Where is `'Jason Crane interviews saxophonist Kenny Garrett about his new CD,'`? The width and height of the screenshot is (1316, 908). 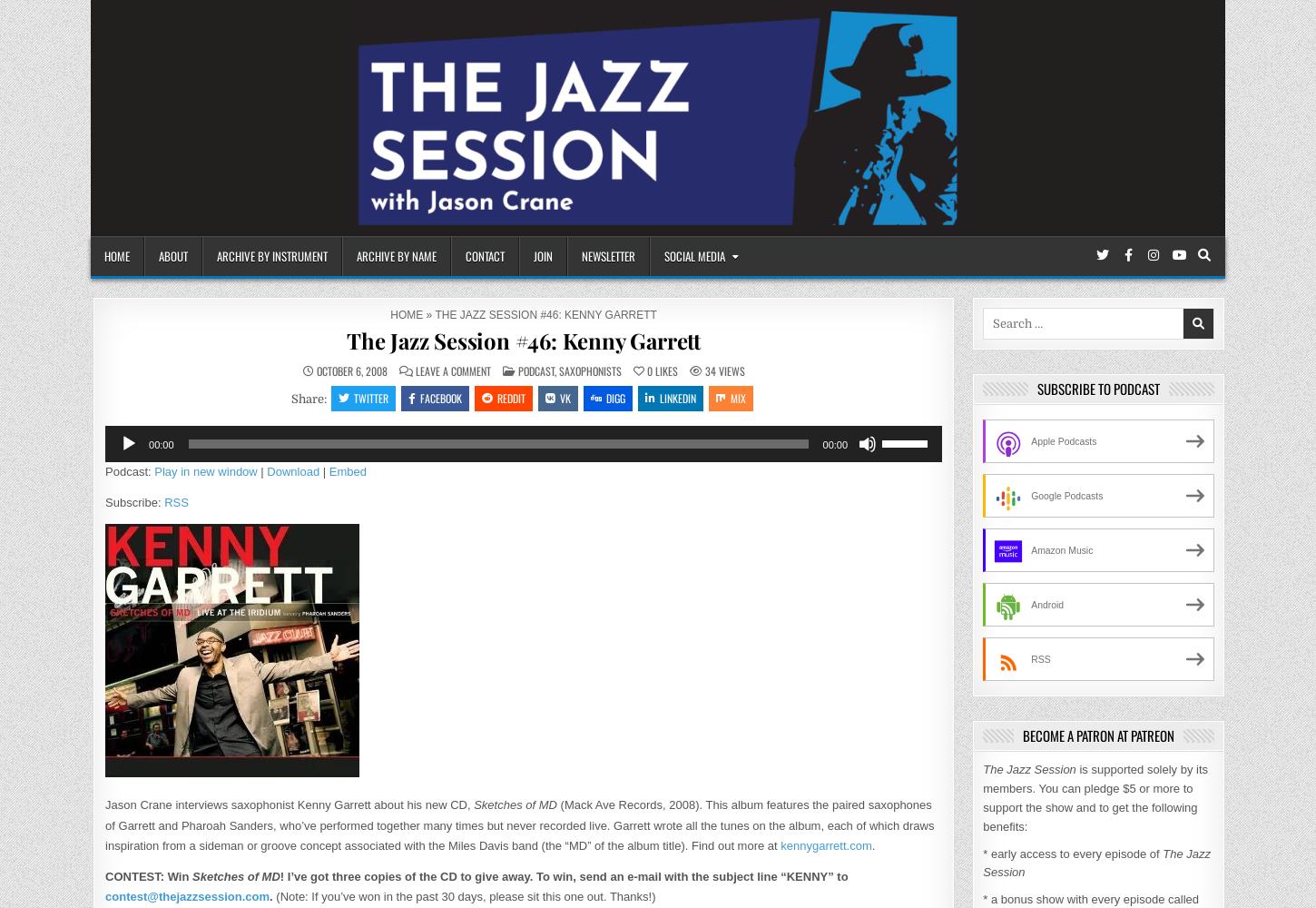
'Jason Crane interviews saxophonist Kenny Garrett about his new CD,' is located at coordinates (290, 804).